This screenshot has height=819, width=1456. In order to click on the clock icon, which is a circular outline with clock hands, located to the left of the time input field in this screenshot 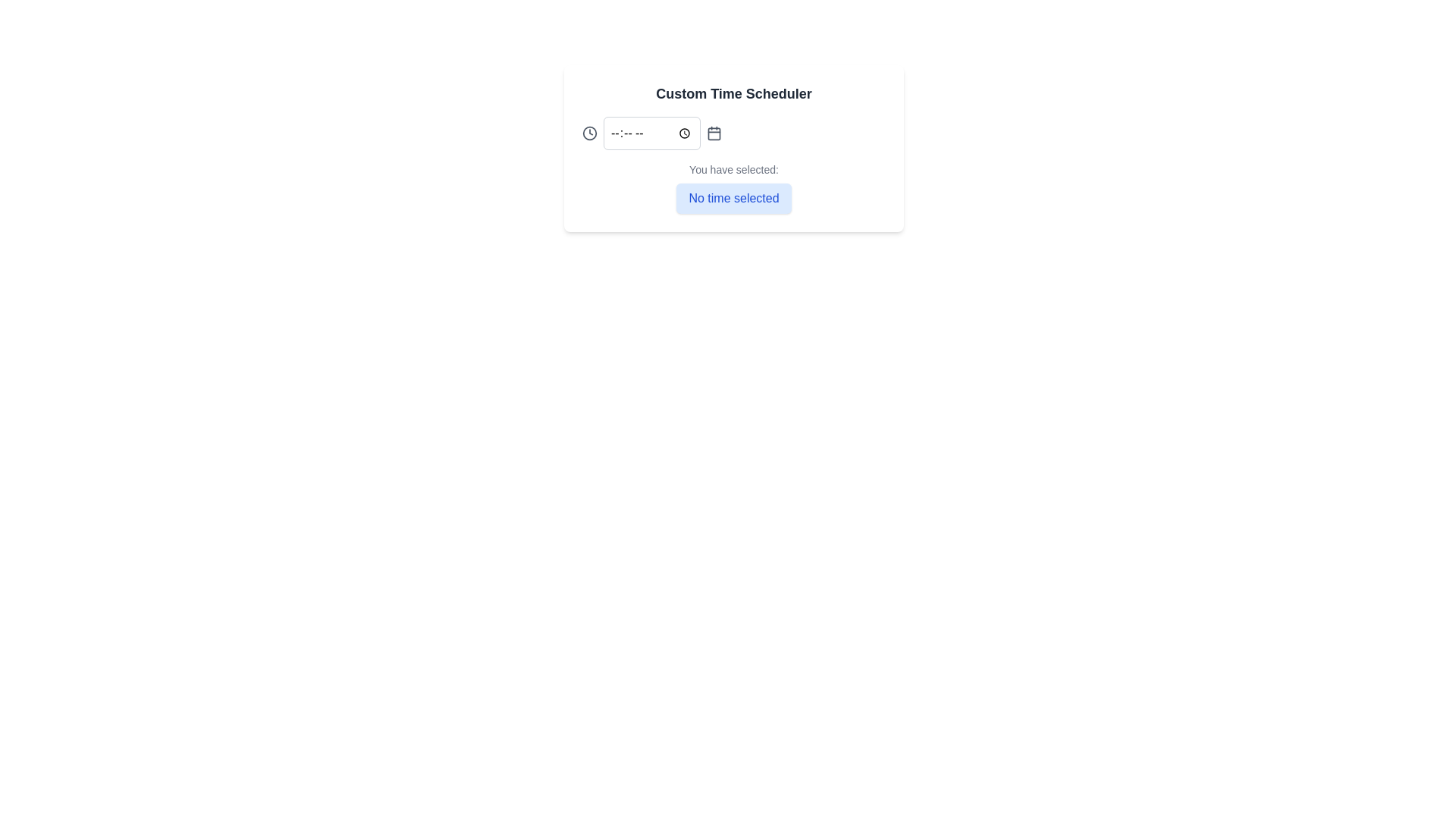, I will do `click(588, 133)`.